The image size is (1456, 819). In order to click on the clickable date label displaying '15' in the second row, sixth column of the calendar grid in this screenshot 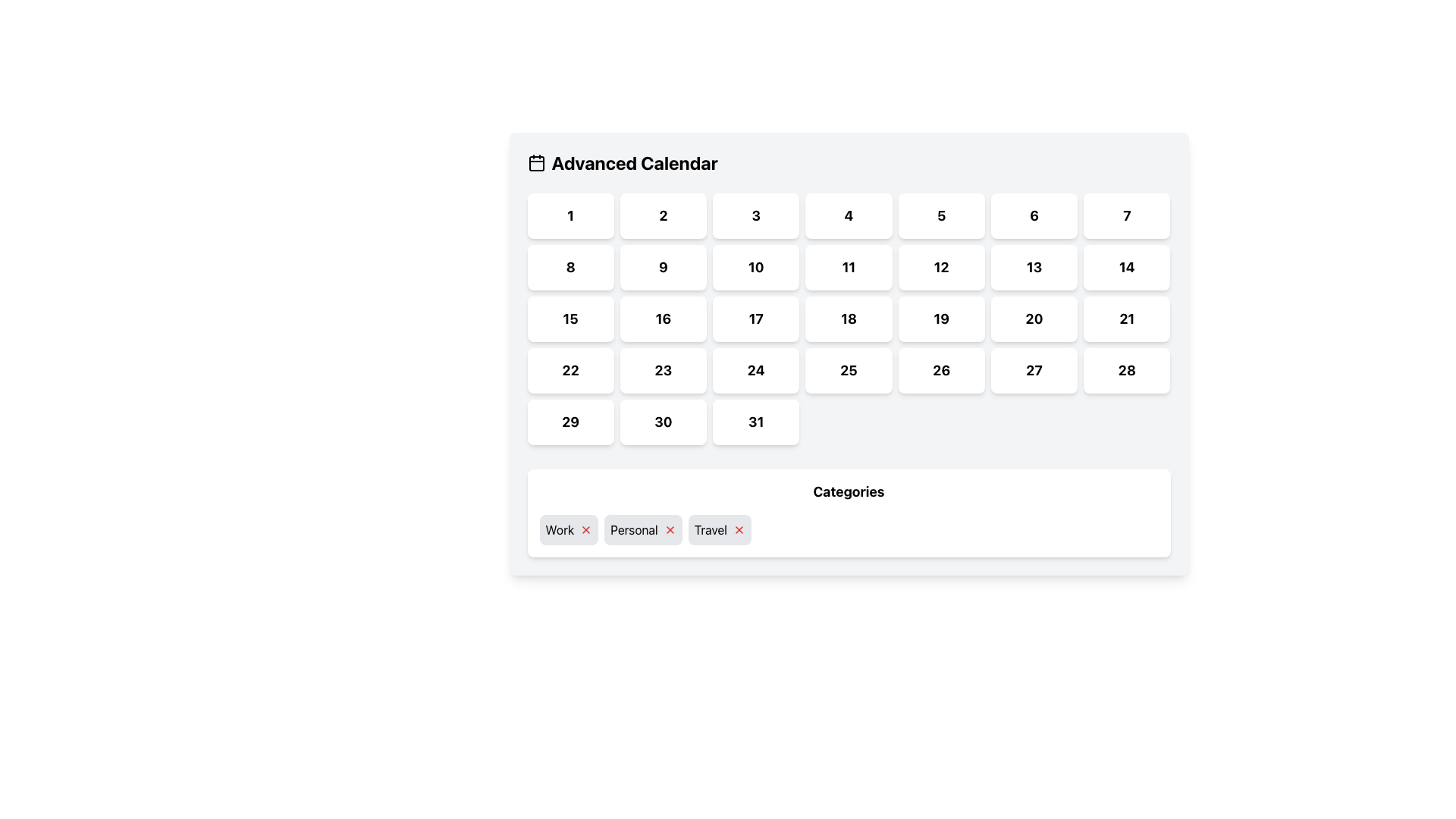, I will do `click(570, 318)`.